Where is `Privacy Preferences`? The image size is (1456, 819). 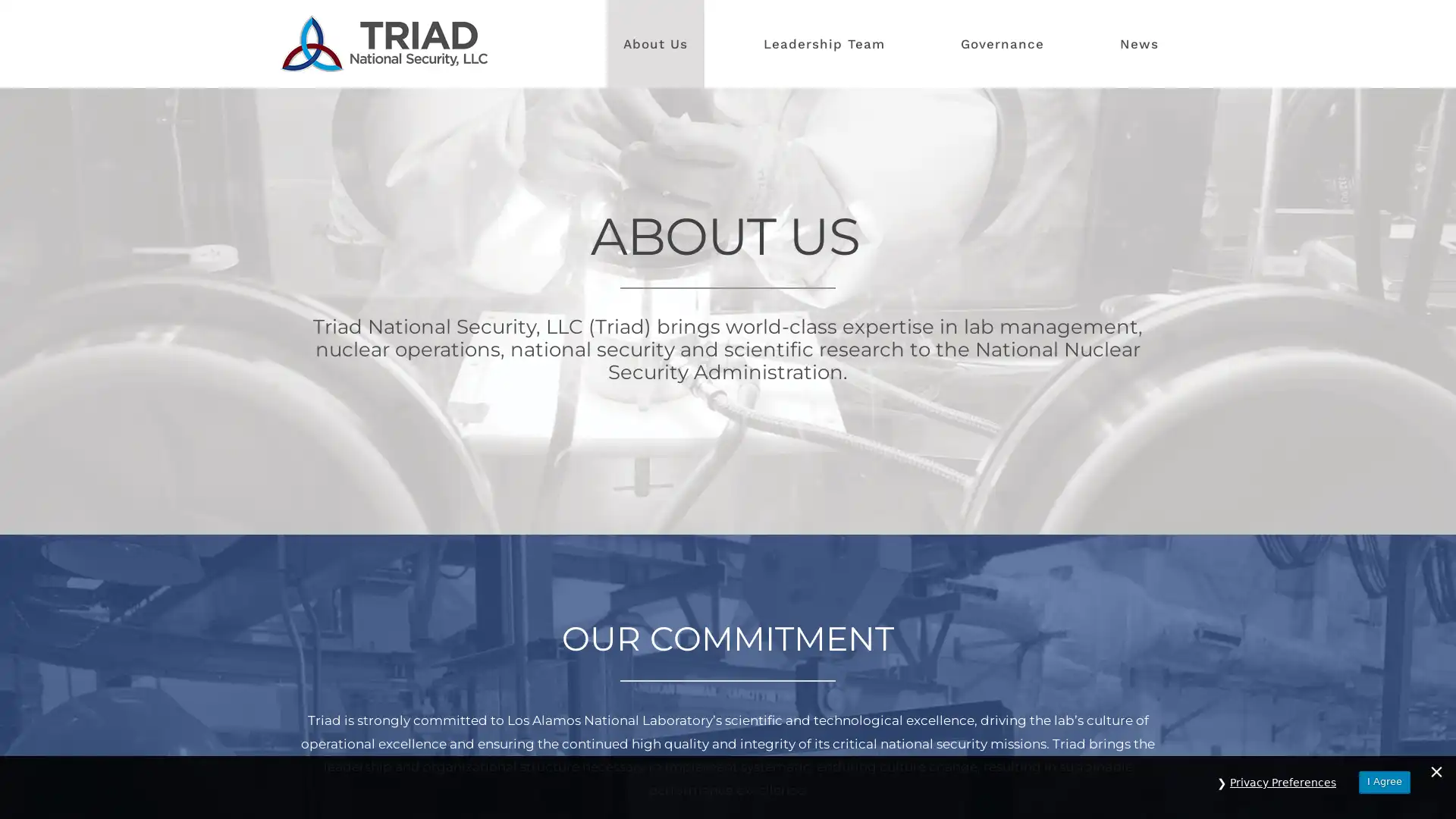 Privacy Preferences is located at coordinates (1282, 791).